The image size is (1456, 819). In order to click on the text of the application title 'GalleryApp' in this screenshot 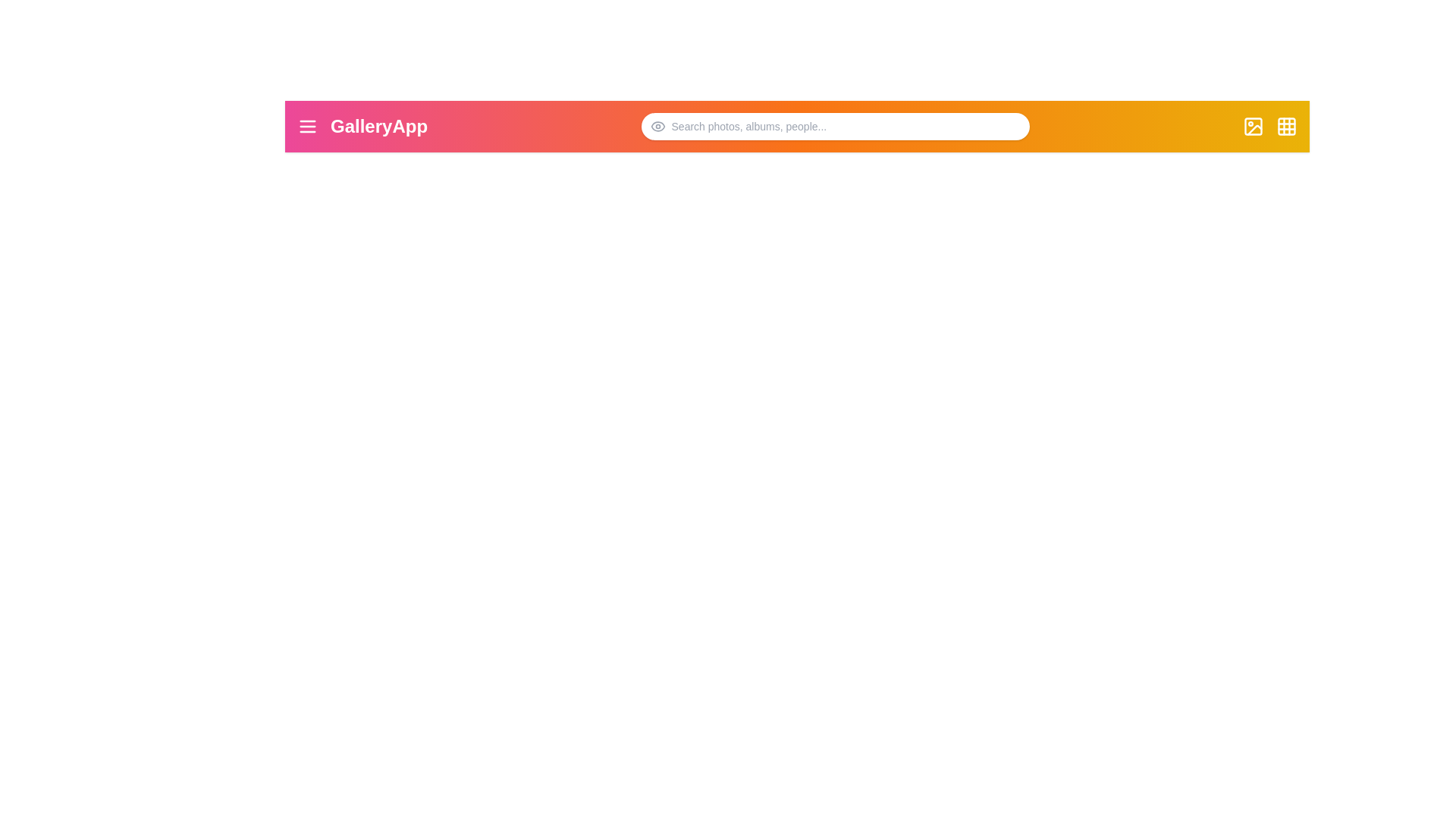, I will do `click(378, 125)`.